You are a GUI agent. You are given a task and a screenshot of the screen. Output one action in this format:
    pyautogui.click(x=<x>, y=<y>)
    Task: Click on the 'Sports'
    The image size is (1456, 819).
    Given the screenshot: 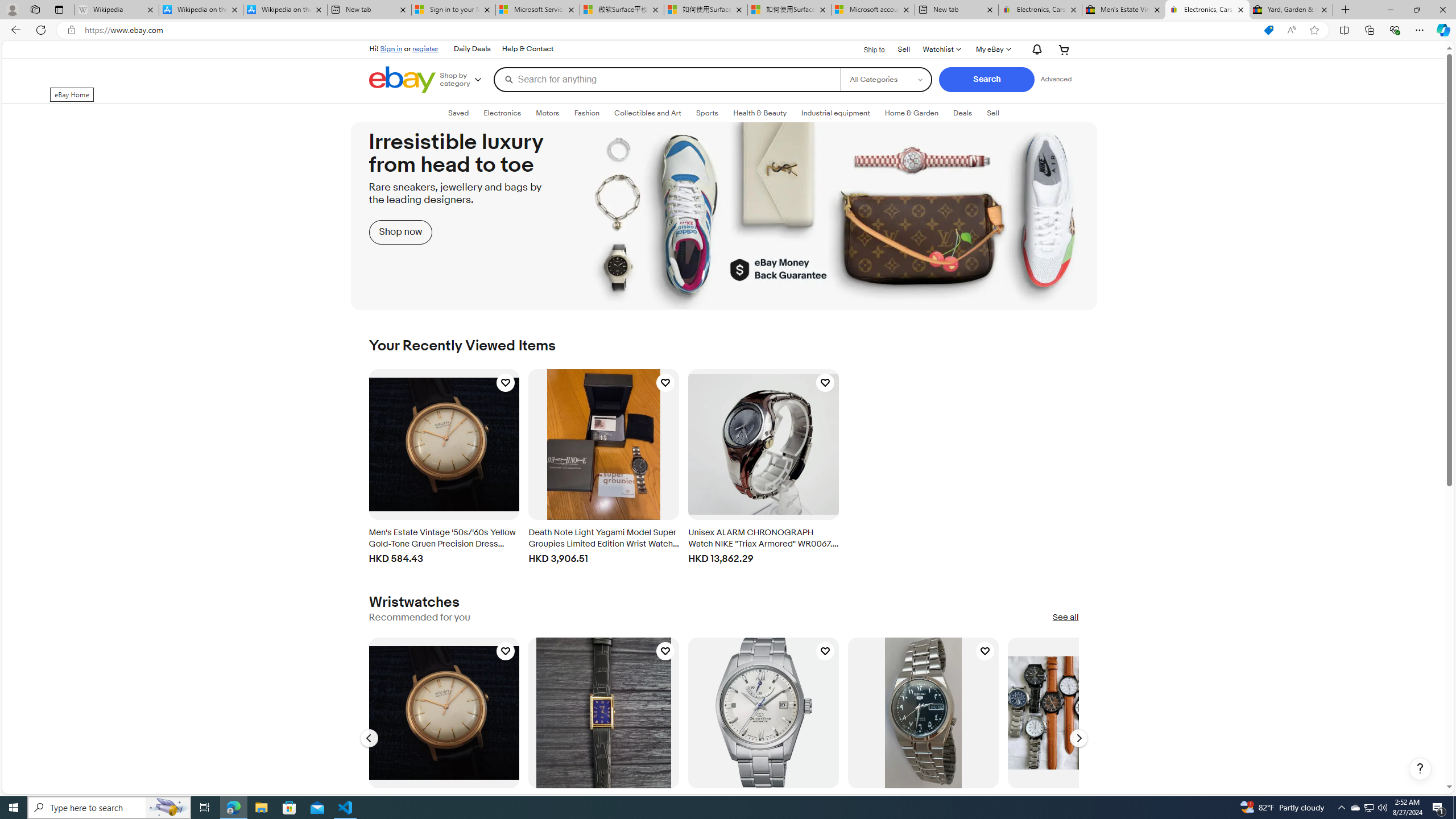 What is the action you would take?
    pyautogui.click(x=707, y=113)
    